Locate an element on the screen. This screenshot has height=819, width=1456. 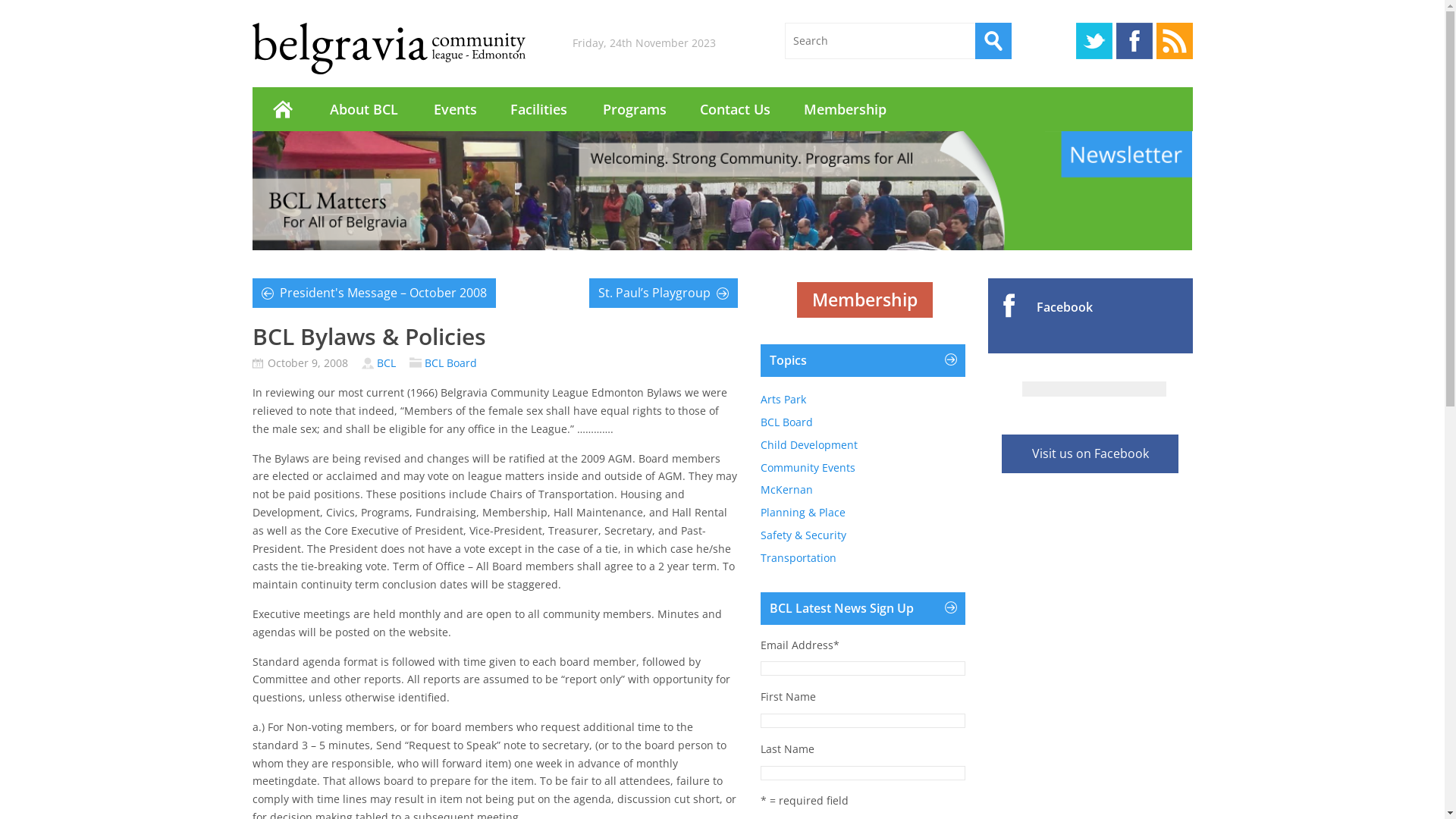
'RSS' is located at coordinates (1172, 40).